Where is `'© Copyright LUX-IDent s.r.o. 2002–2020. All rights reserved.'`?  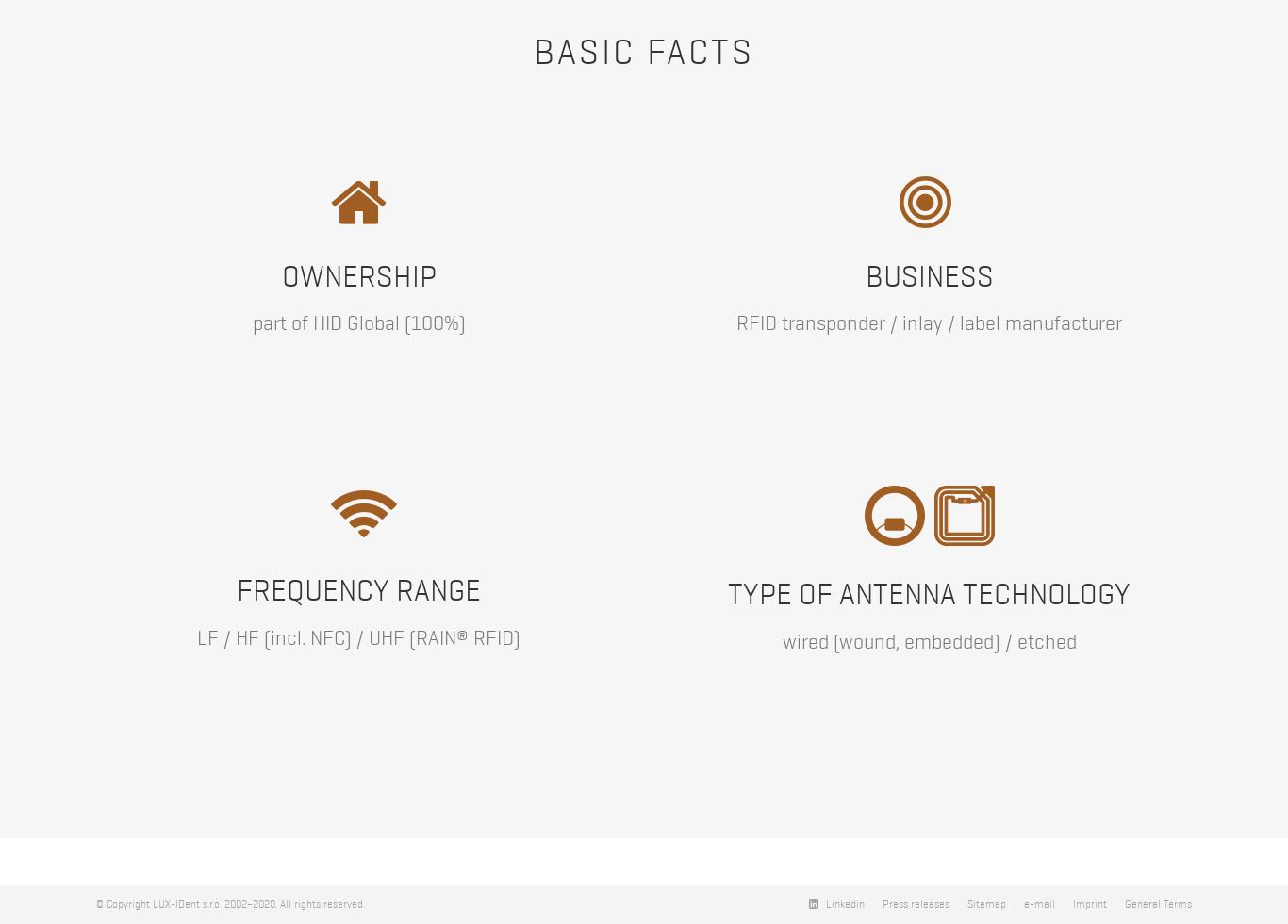 '© Copyright LUX-IDent s.r.o. 2002–2020. All rights reserved.' is located at coordinates (230, 904).